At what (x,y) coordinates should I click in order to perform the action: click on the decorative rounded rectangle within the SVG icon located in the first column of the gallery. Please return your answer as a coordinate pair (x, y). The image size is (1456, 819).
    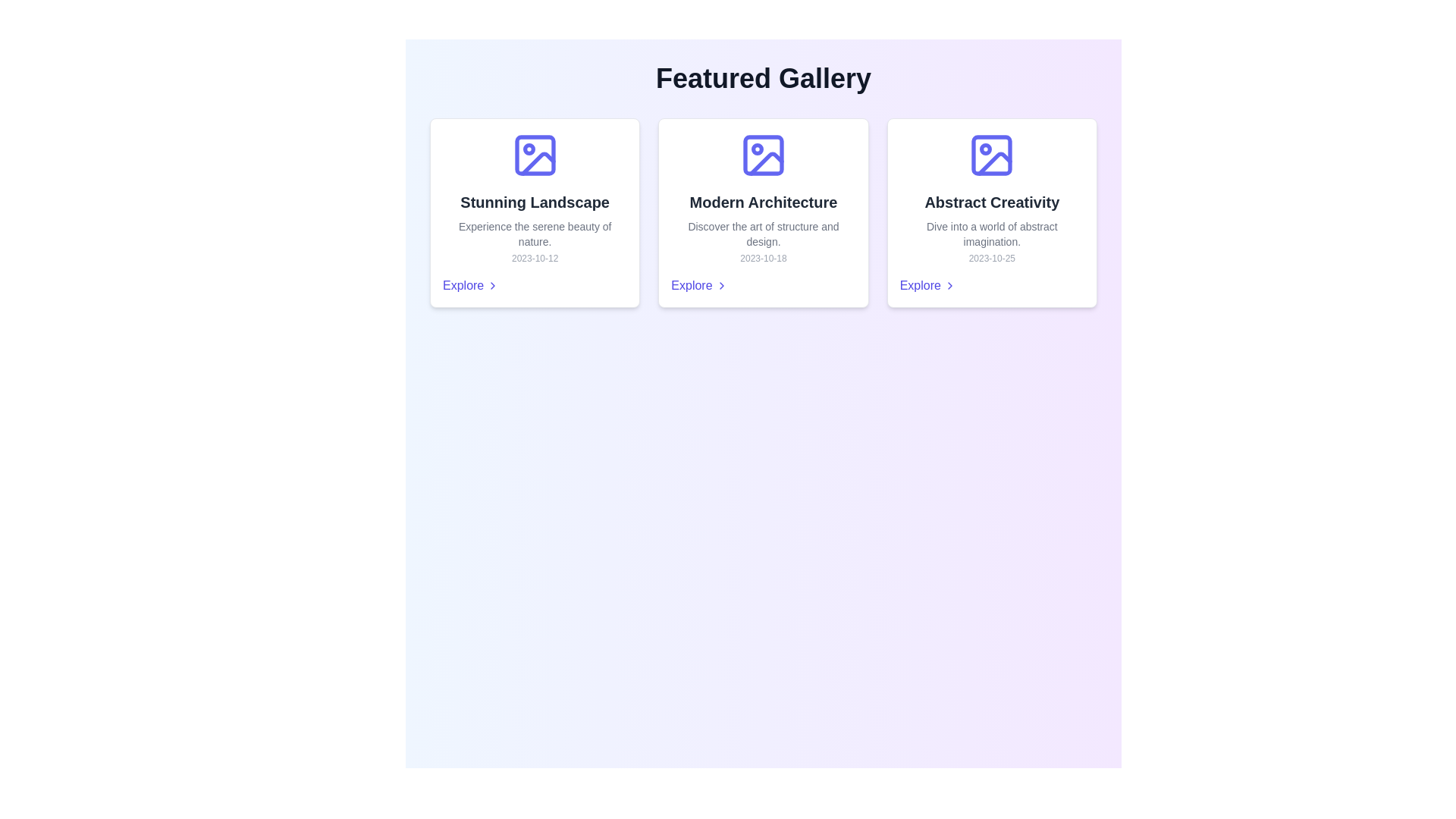
    Looking at the image, I should click on (535, 155).